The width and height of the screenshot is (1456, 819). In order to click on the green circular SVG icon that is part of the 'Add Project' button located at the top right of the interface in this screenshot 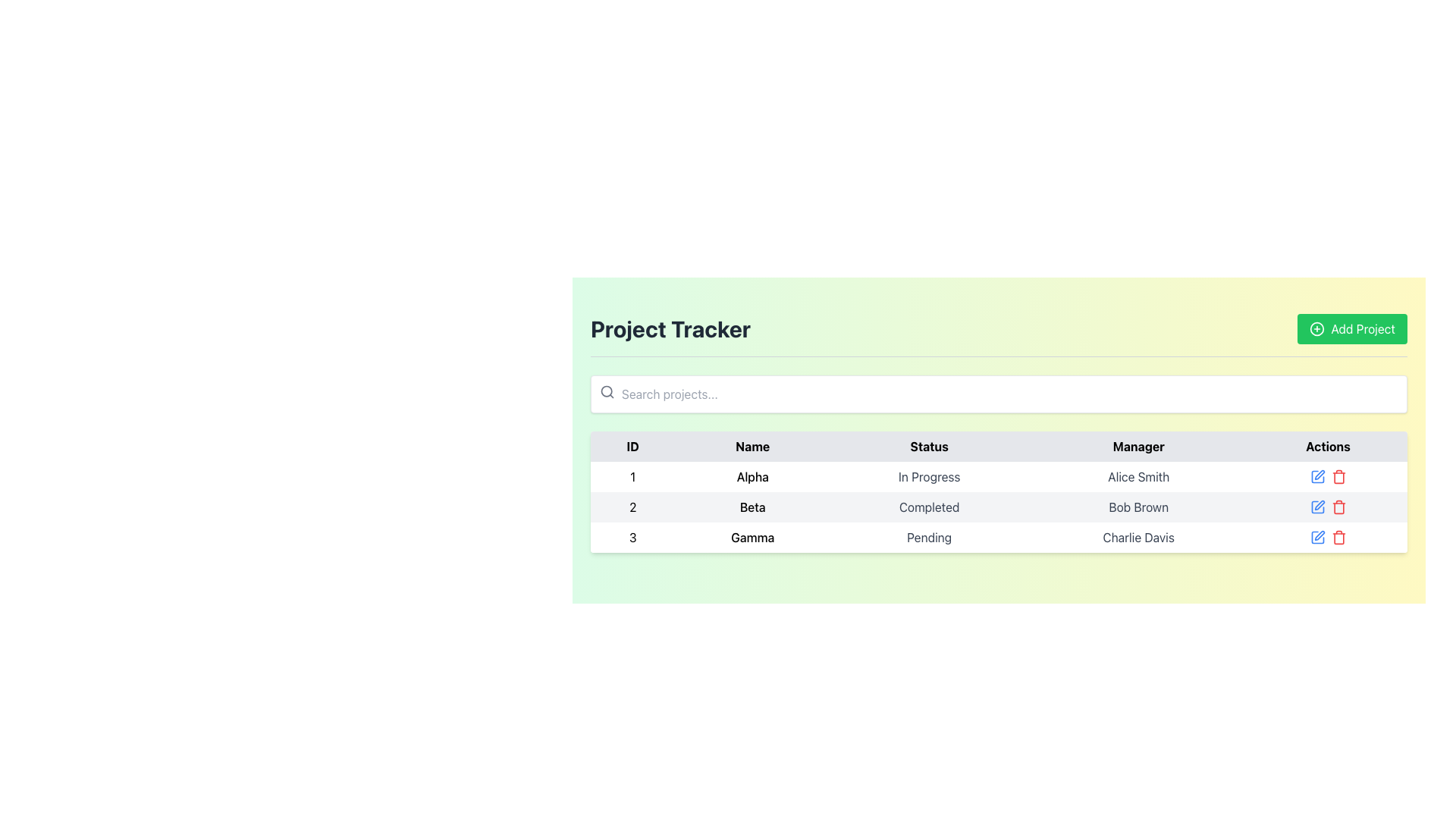, I will do `click(1316, 328)`.